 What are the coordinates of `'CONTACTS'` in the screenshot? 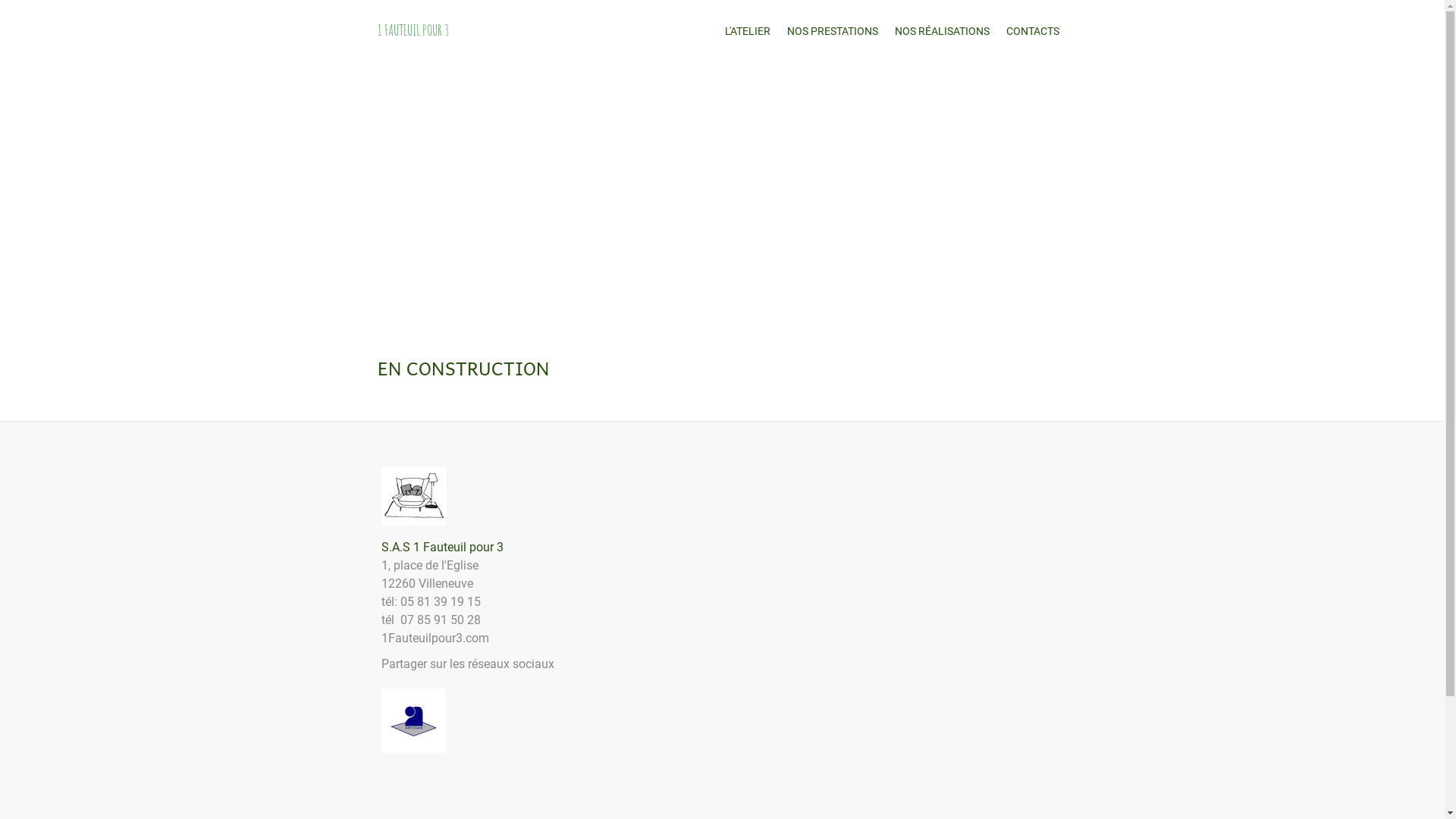 It's located at (1032, 31).